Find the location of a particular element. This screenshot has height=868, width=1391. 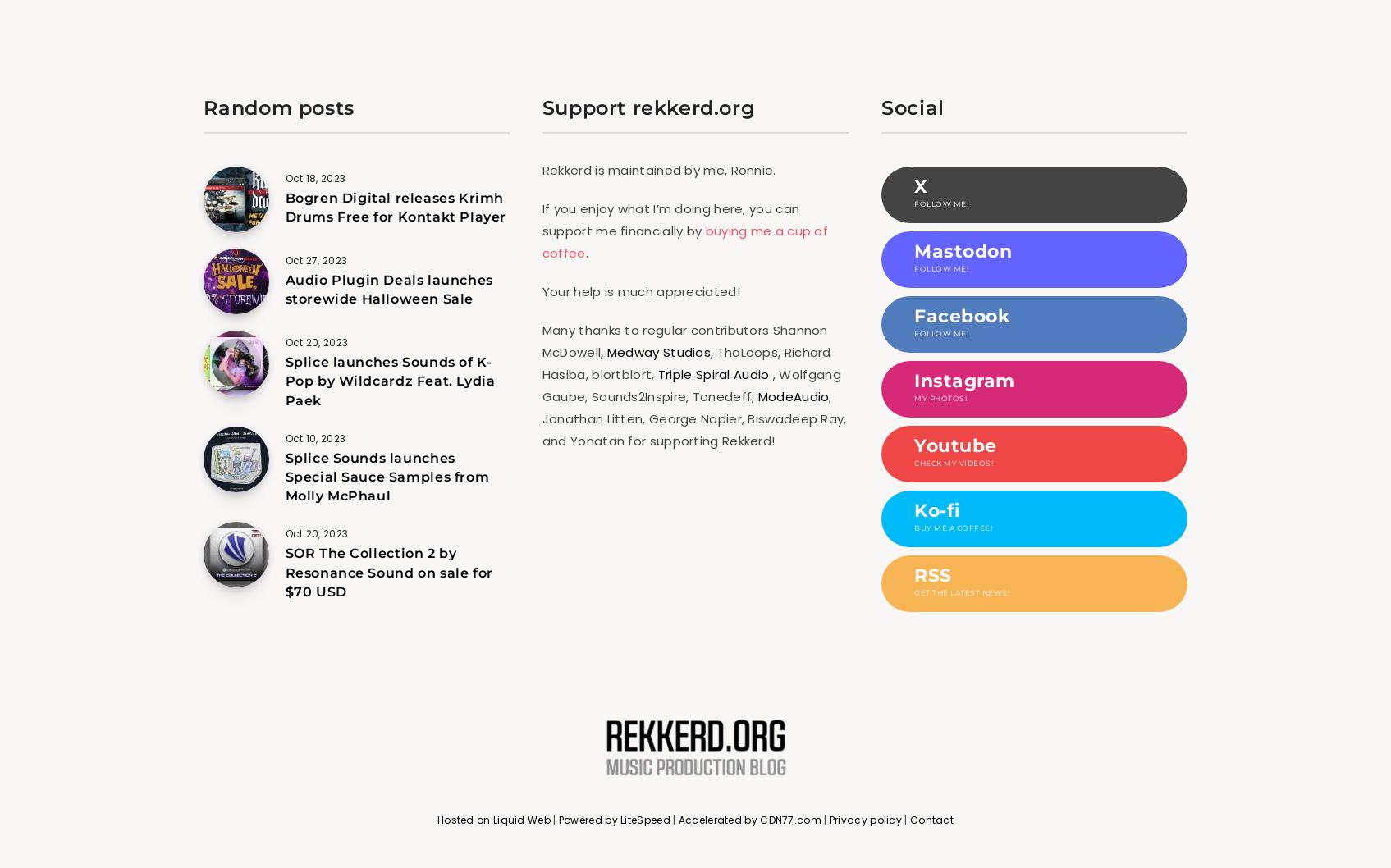

'Audio Plugin Deals launches storewide Halloween Sale' is located at coordinates (387, 288).